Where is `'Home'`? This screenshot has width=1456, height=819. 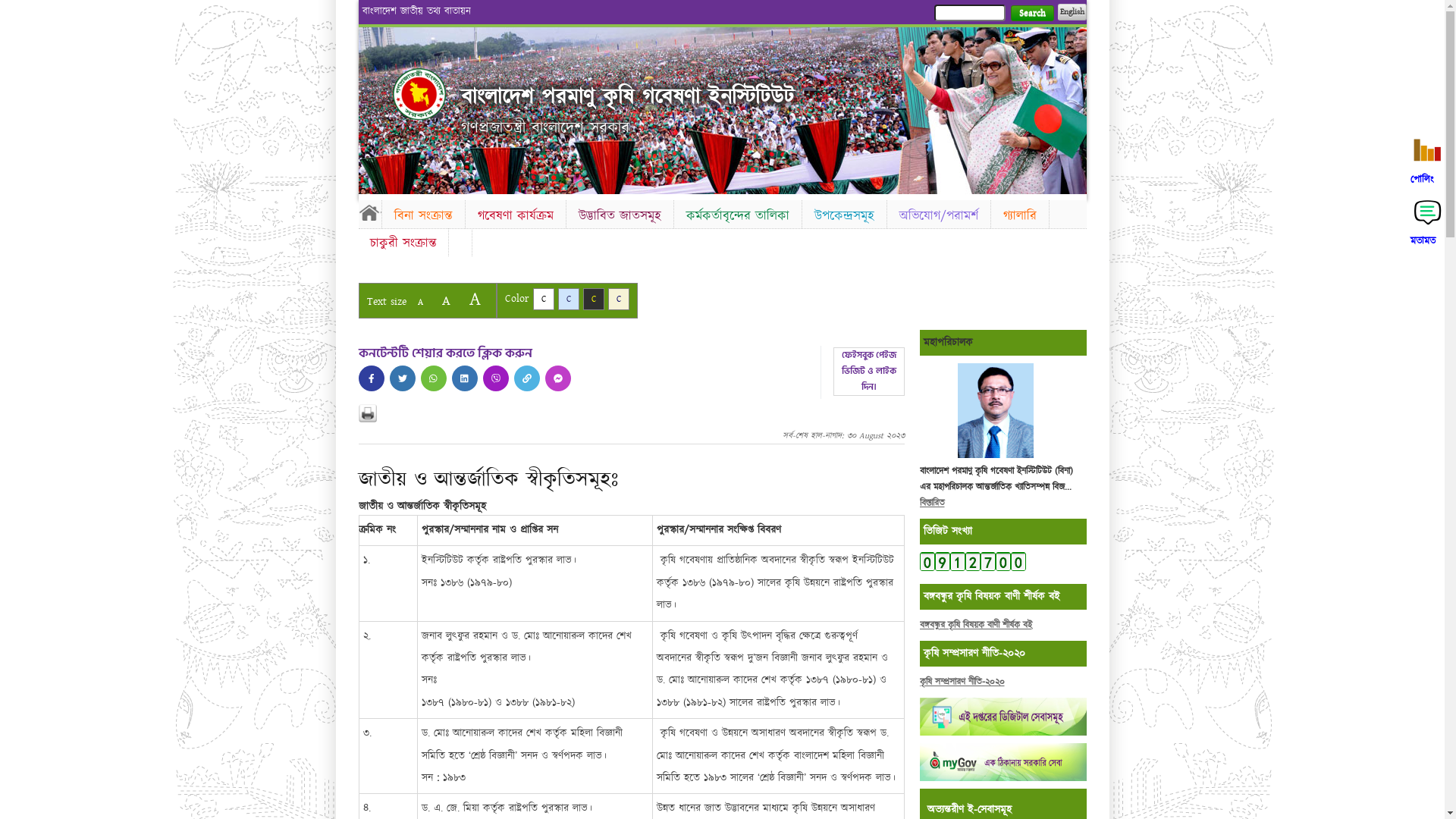 'Home' is located at coordinates (419, 93).